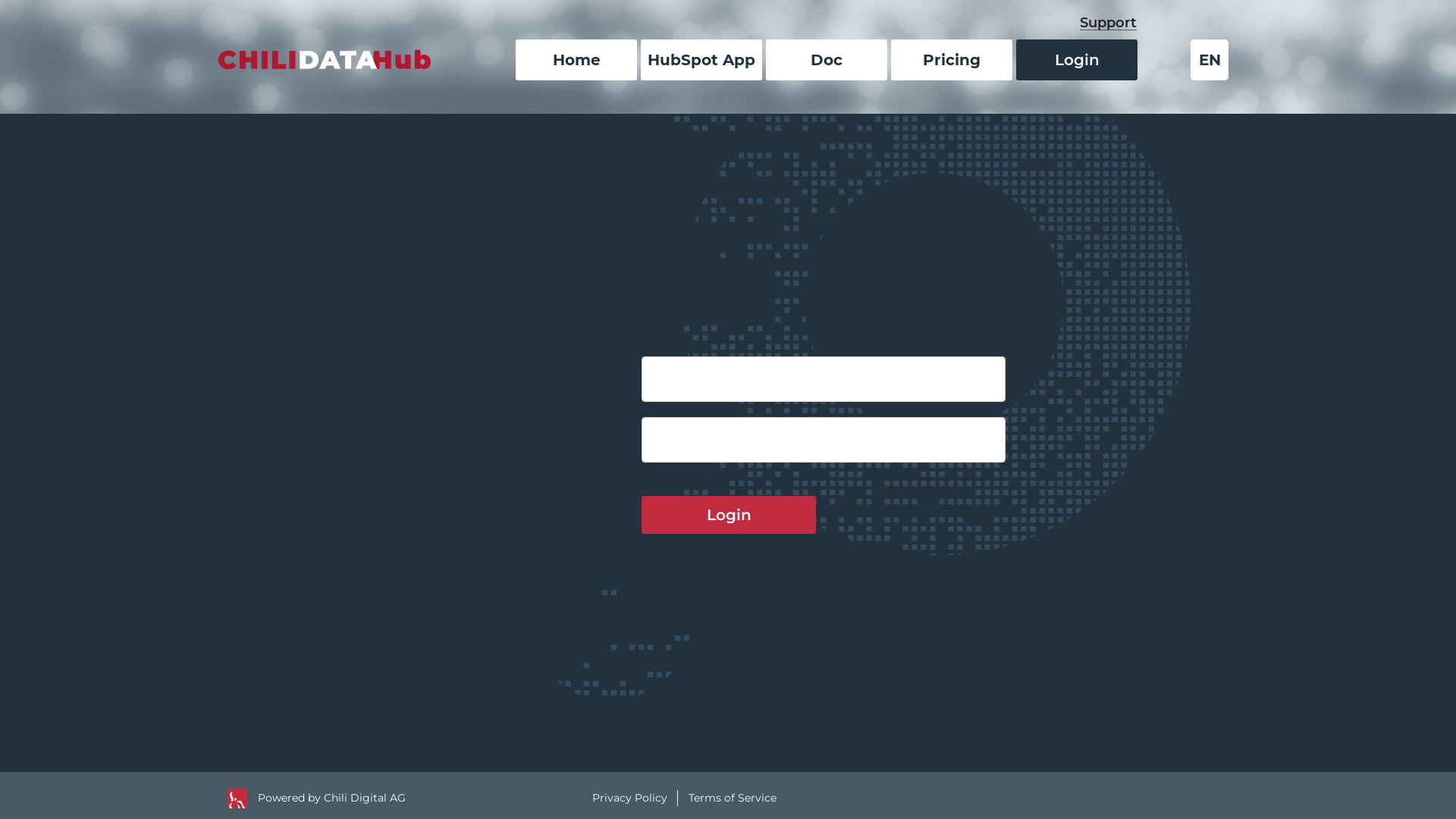  I want to click on 'Terms of Service', so click(732, 797).